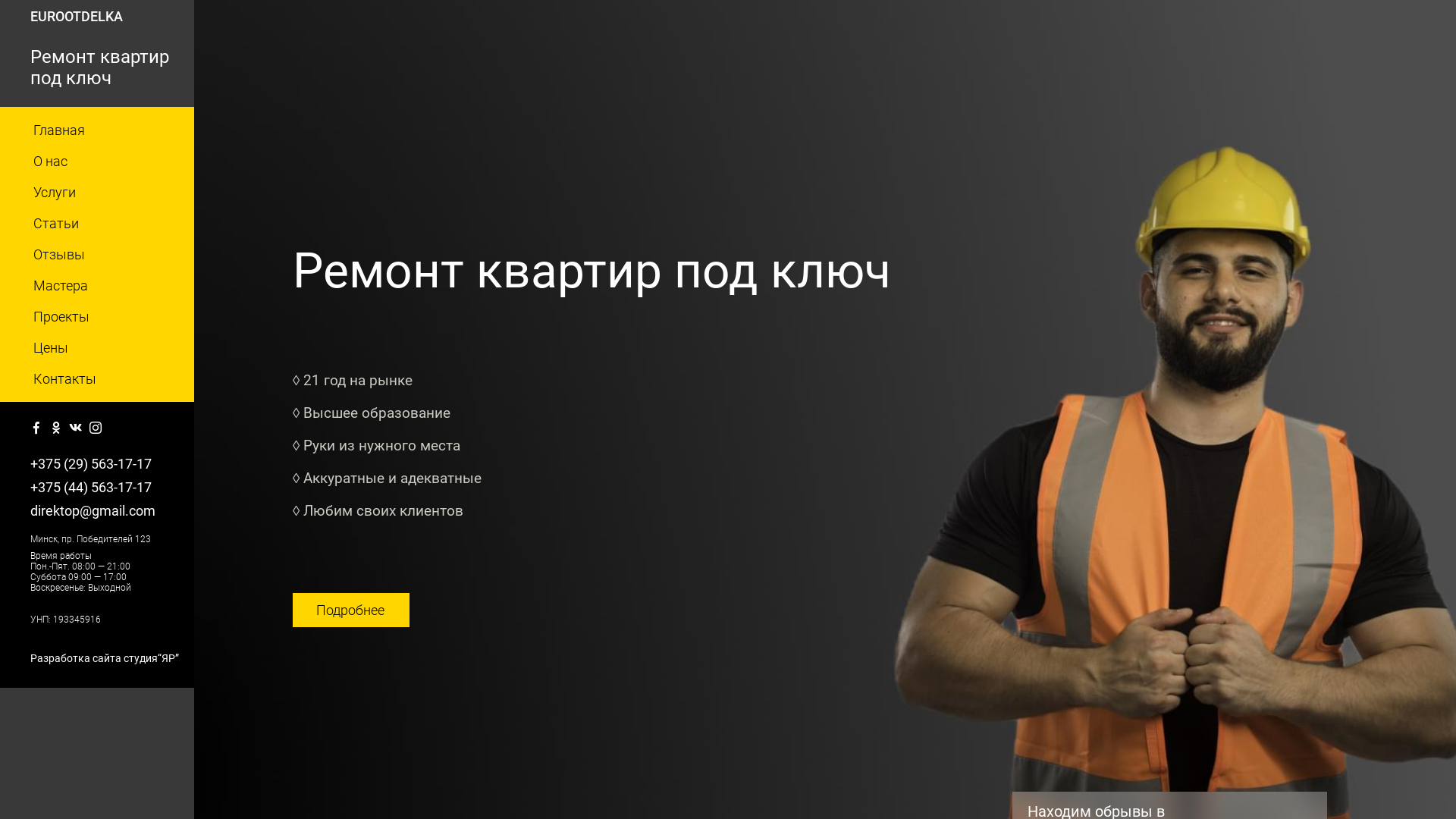  What do you see at coordinates (105, 487) in the screenshot?
I see `'+375 (44) 563-17-17'` at bounding box center [105, 487].